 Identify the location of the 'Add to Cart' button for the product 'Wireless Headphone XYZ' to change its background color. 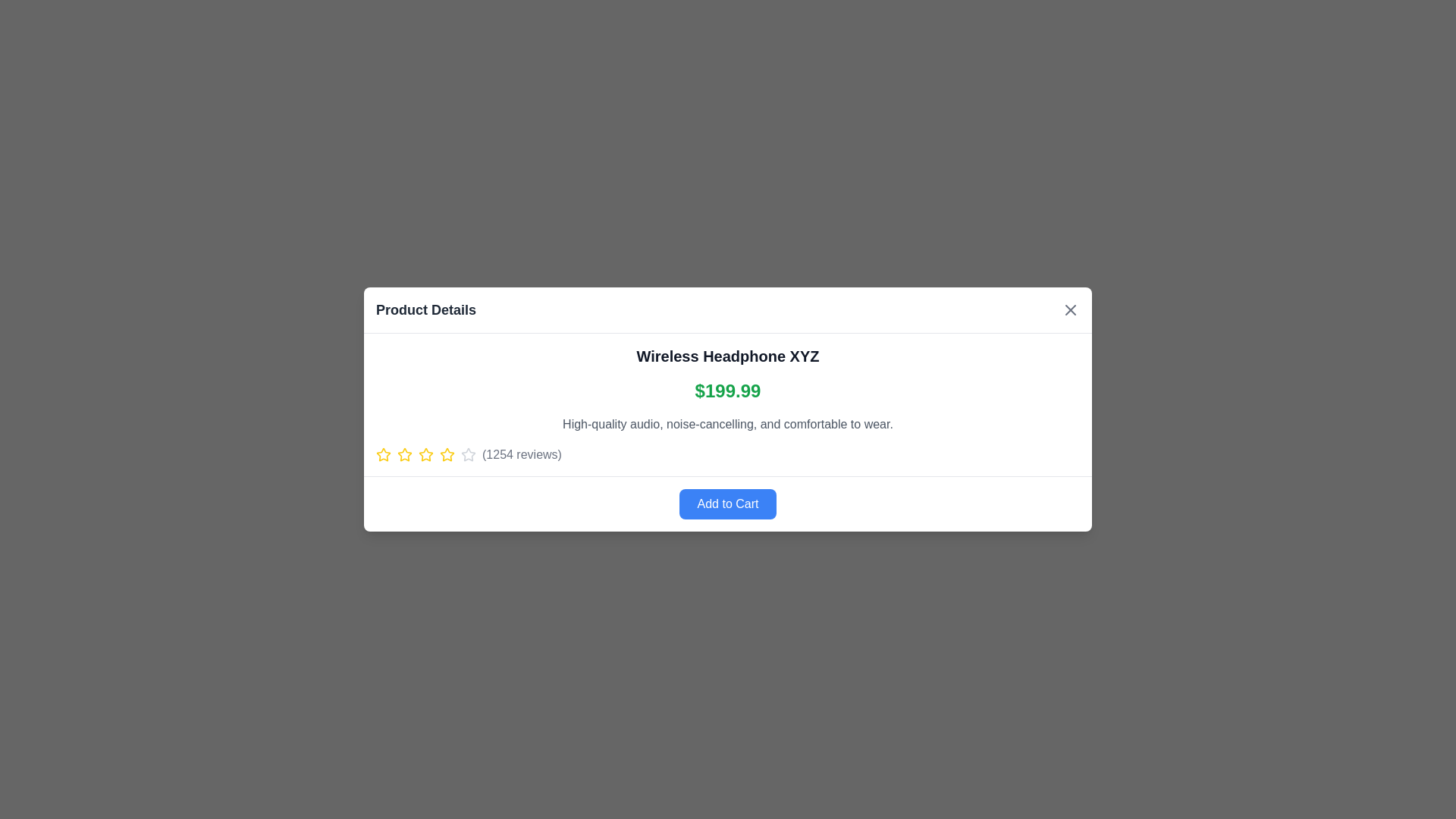
(728, 504).